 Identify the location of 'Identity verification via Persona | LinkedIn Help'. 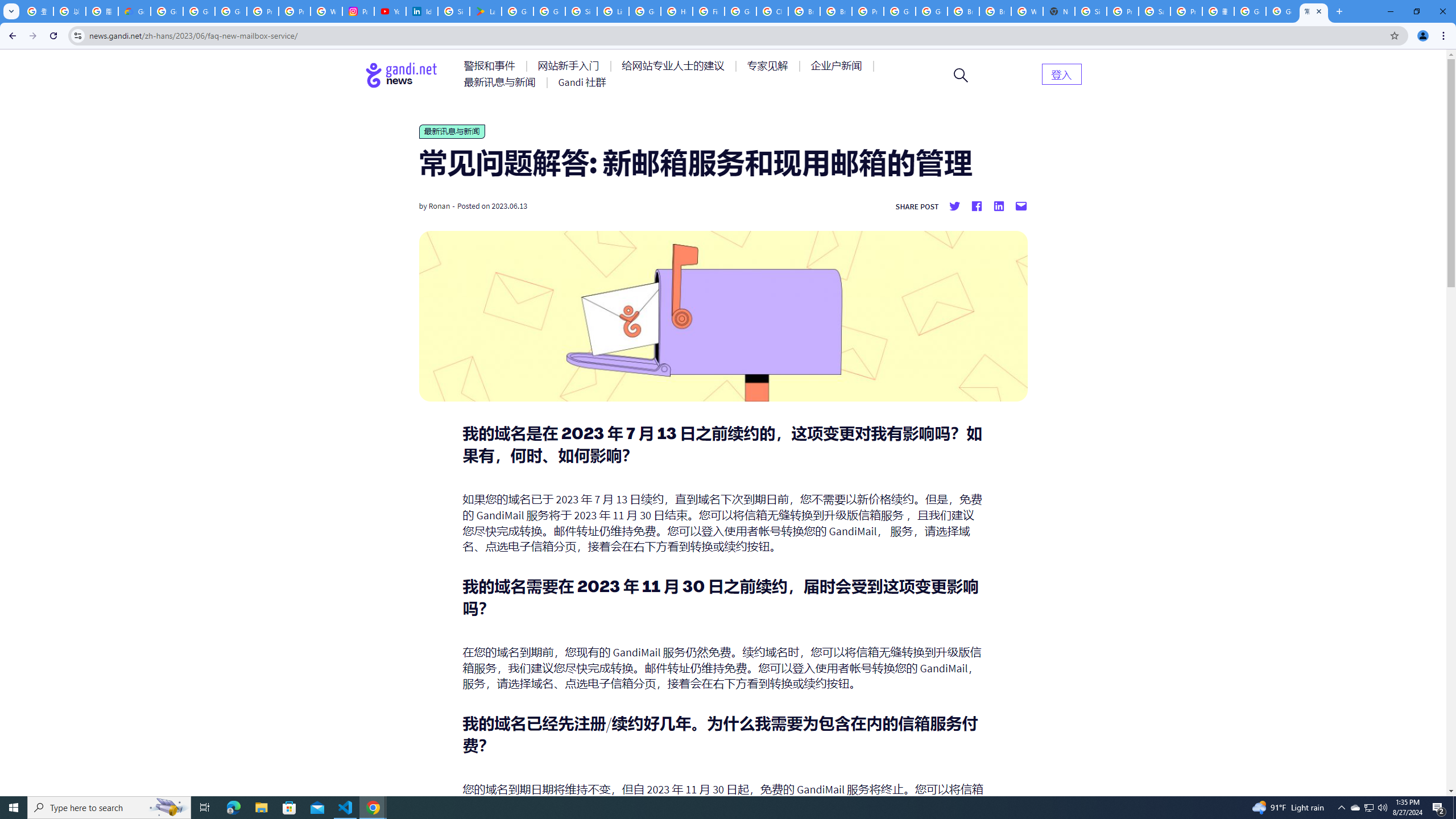
(421, 11).